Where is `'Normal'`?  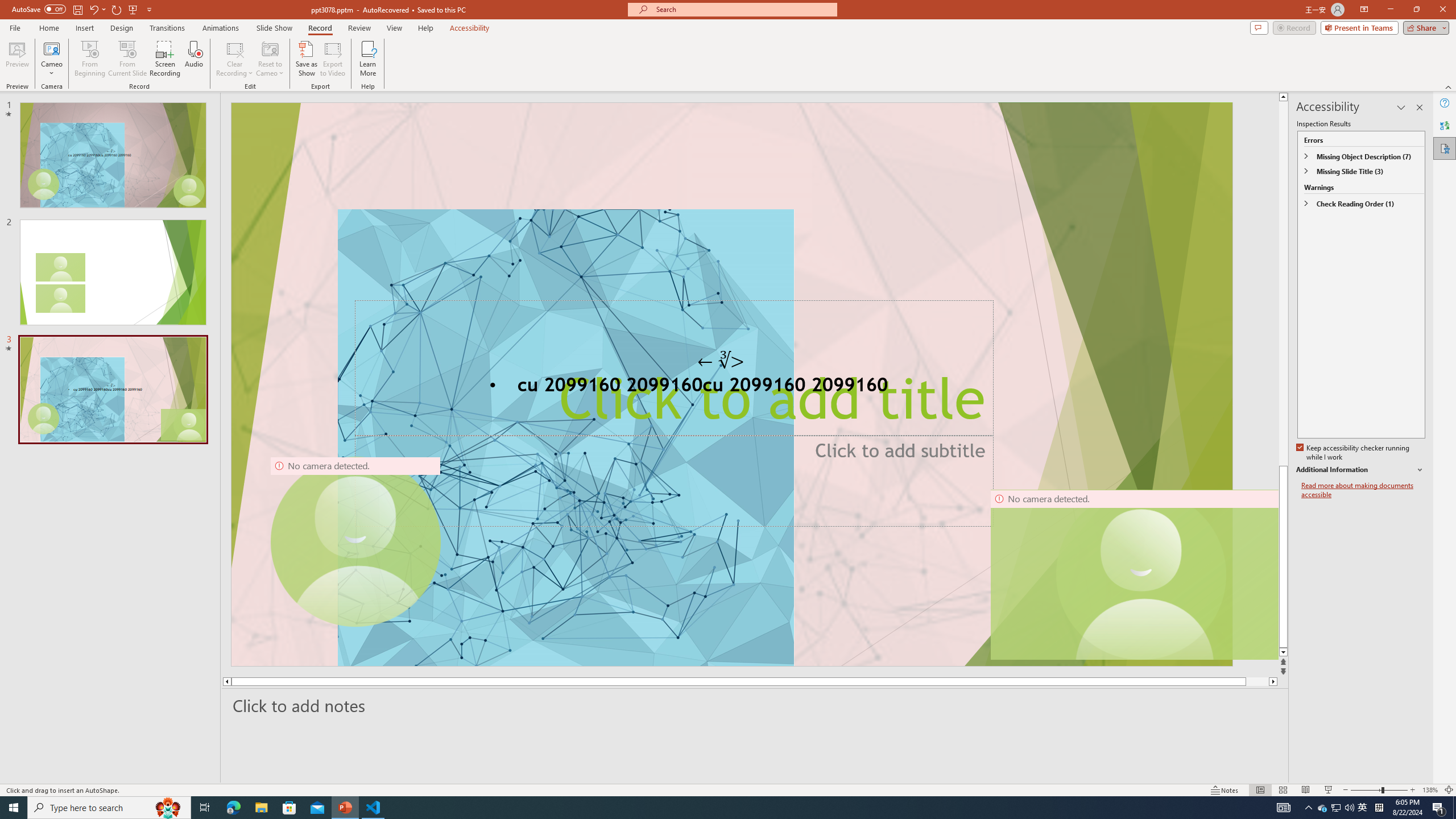 'Normal' is located at coordinates (1259, 790).